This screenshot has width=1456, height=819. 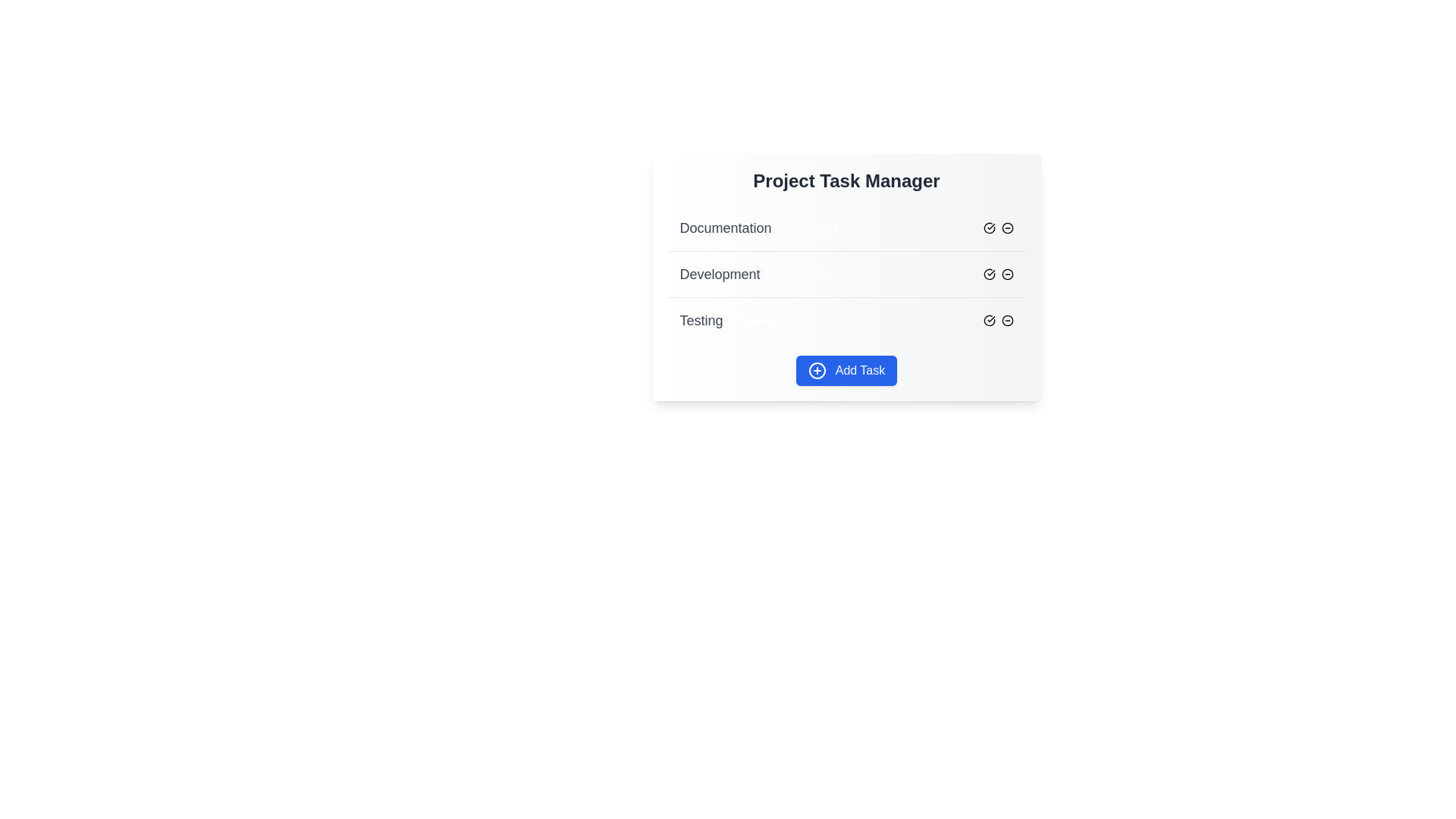 What do you see at coordinates (846, 371) in the screenshot?
I see `the primary 'Add Task' button located centrally in the footer section of the task management interface` at bounding box center [846, 371].